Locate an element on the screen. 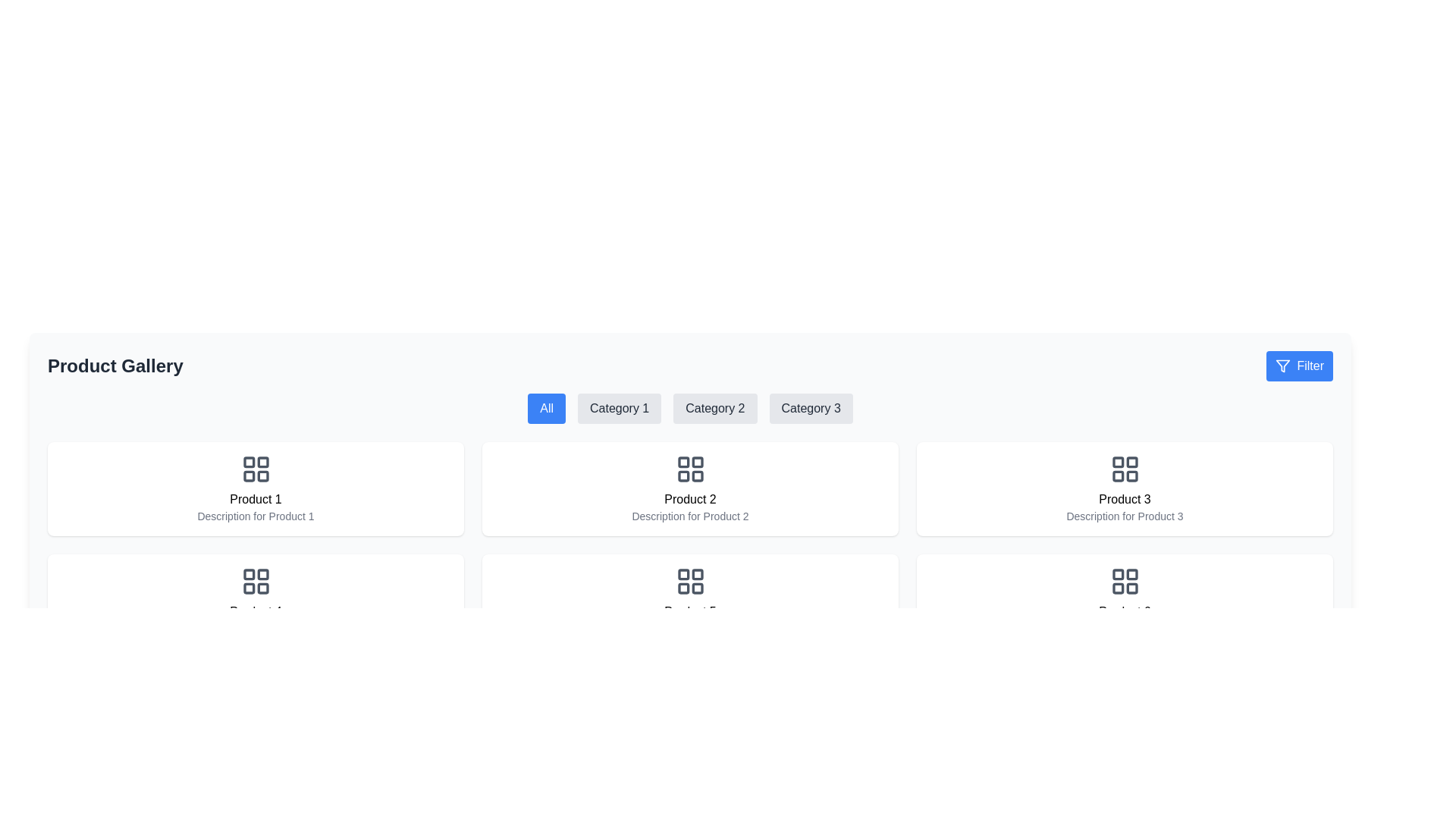 The height and width of the screenshot is (819, 1456). the second card in the product gallery, which includes its title, description, and an icon for visual representation is located at coordinates (689, 601).